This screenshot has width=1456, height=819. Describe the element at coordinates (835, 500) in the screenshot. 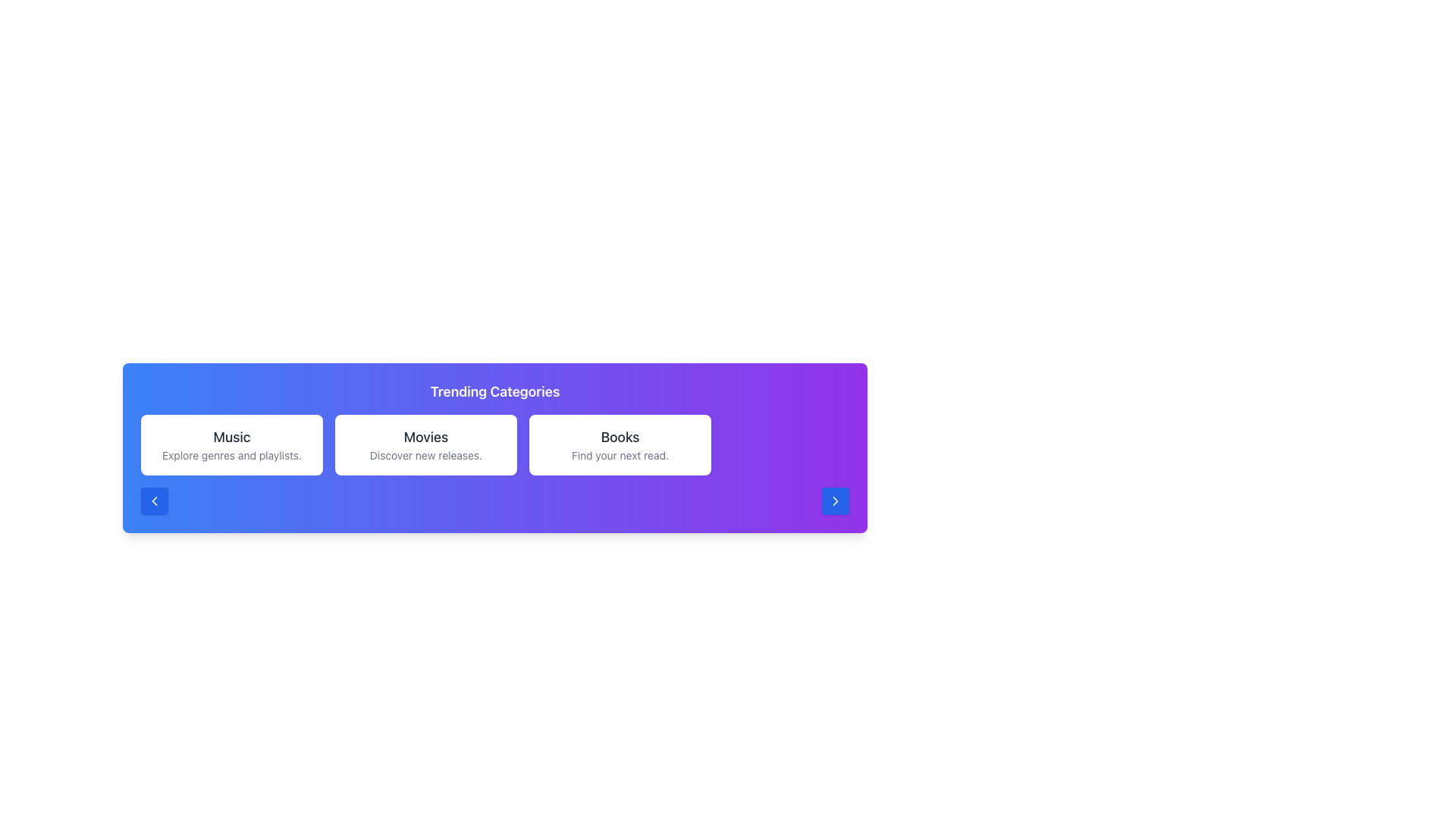

I see `the blue chevron-shaped icon located at the far right corner of the horizontal navigation bar` at that location.